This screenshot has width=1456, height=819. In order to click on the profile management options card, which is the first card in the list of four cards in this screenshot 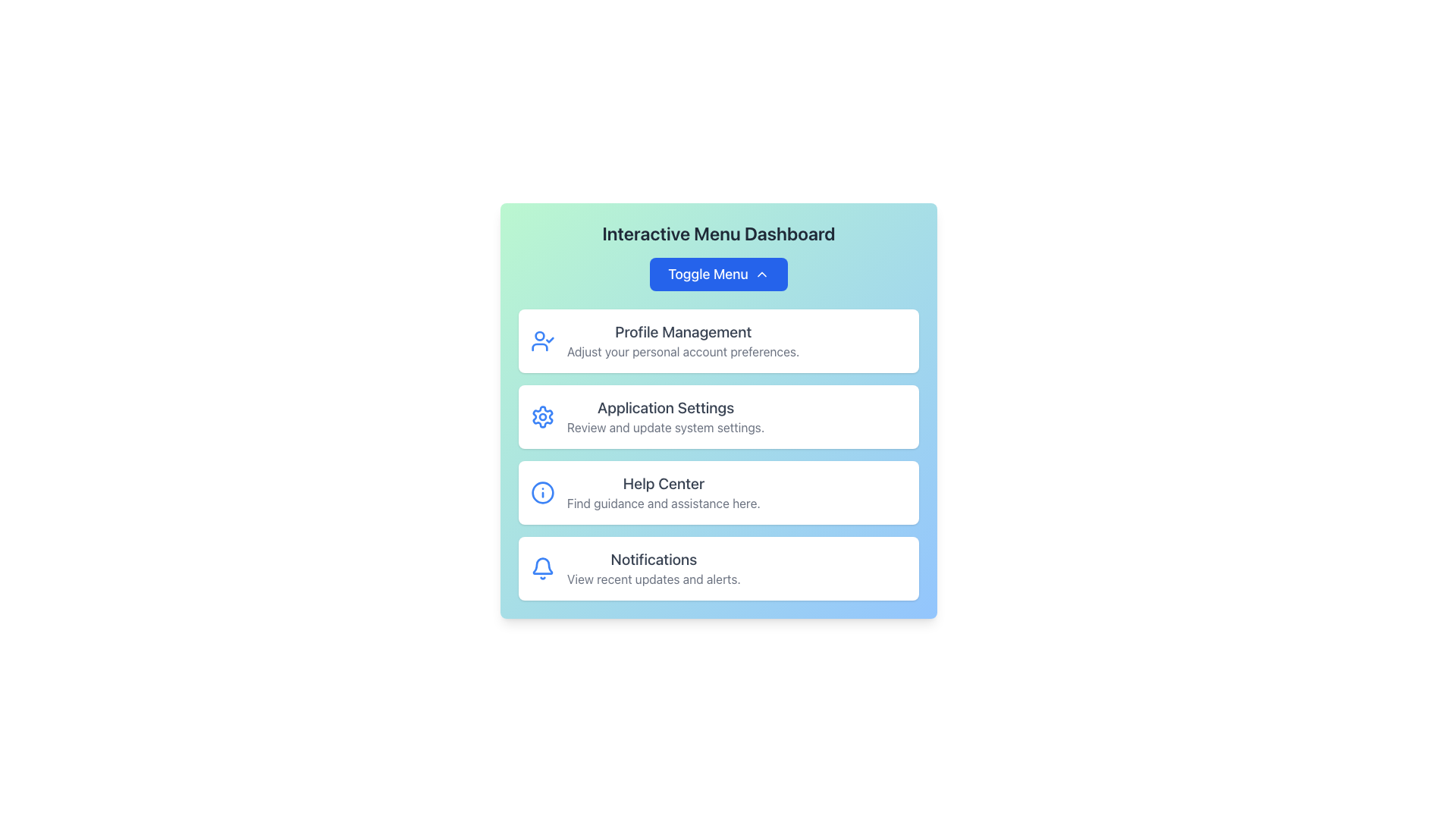, I will do `click(718, 341)`.